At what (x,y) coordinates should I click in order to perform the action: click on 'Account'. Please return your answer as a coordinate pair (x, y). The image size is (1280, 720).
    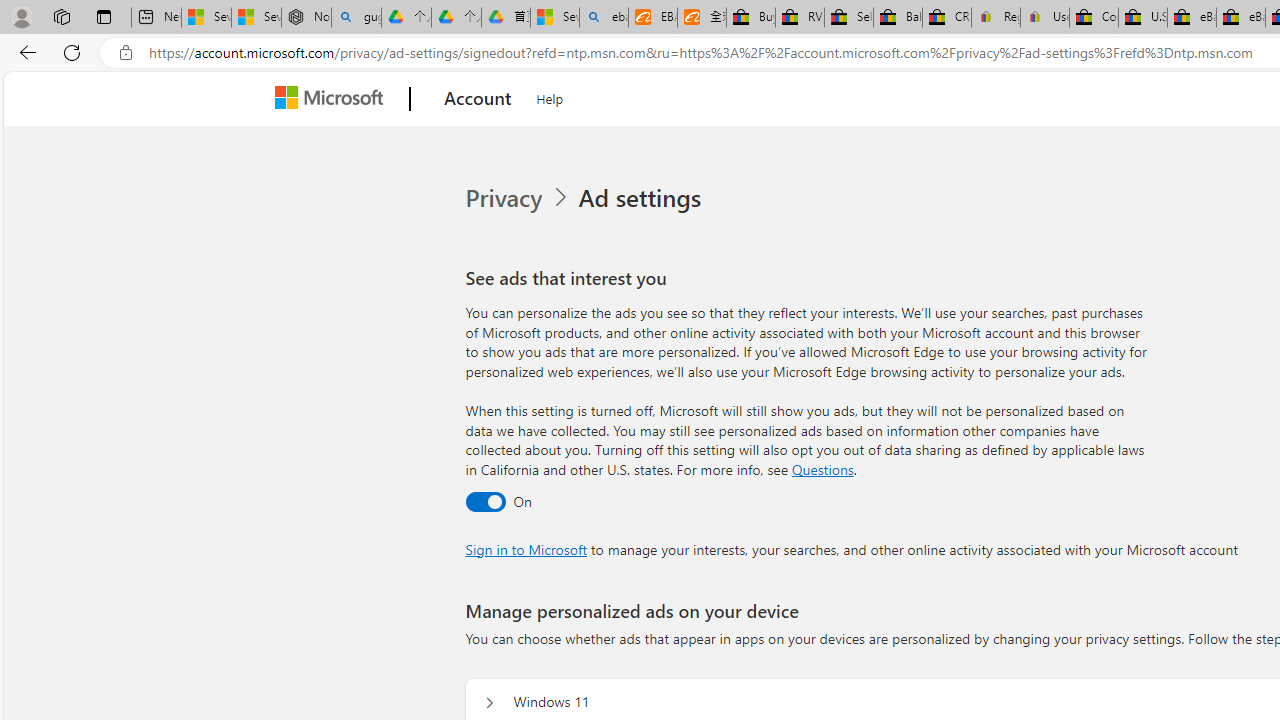
    Looking at the image, I should click on (477, 99).